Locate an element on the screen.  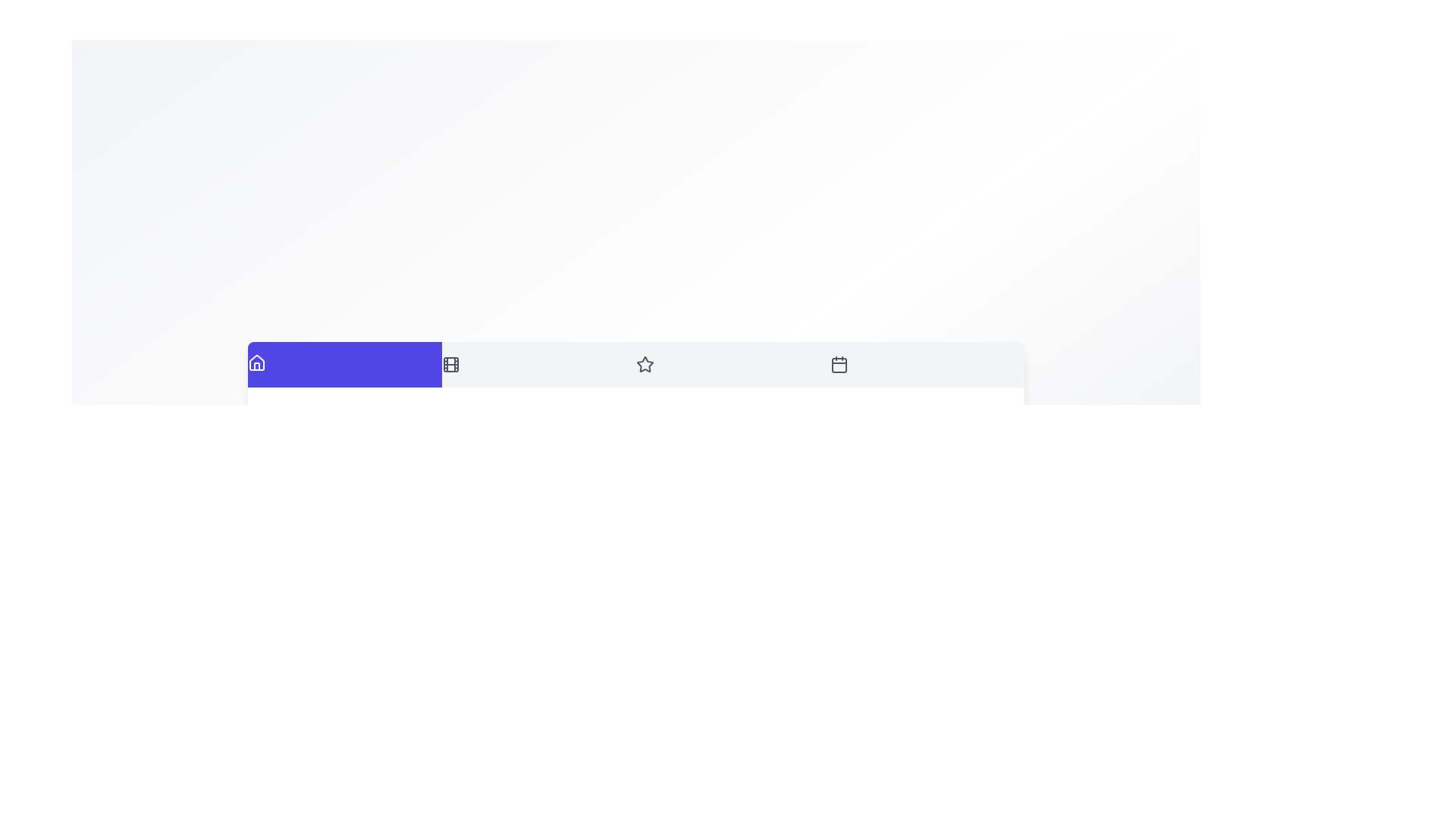
the star icon button, which is a minimalistic gray star icon located in the center of a navigation bar is located at coordinates (645, 364).